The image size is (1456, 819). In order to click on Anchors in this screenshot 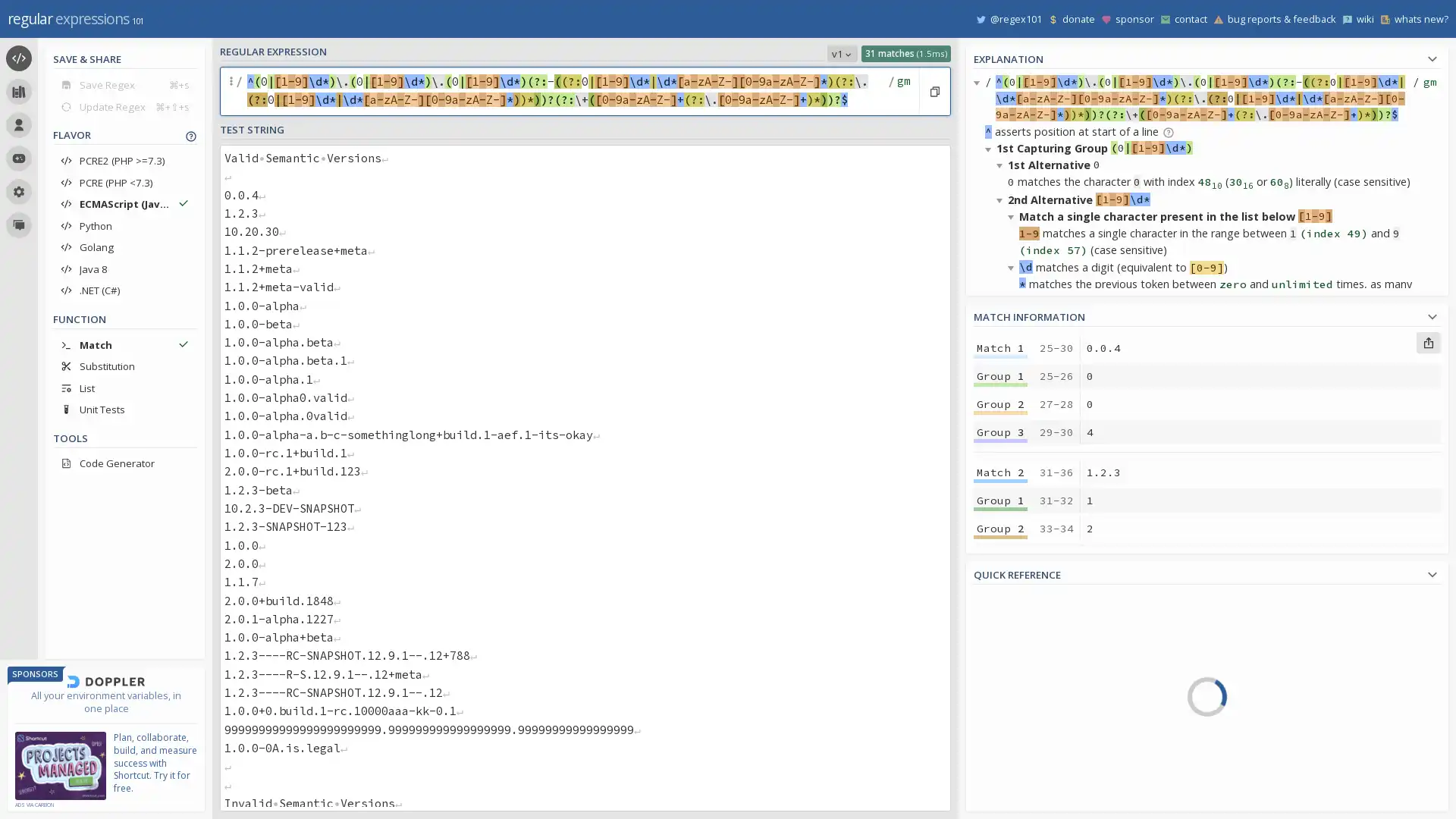, I will do `click(1044, 694)`.